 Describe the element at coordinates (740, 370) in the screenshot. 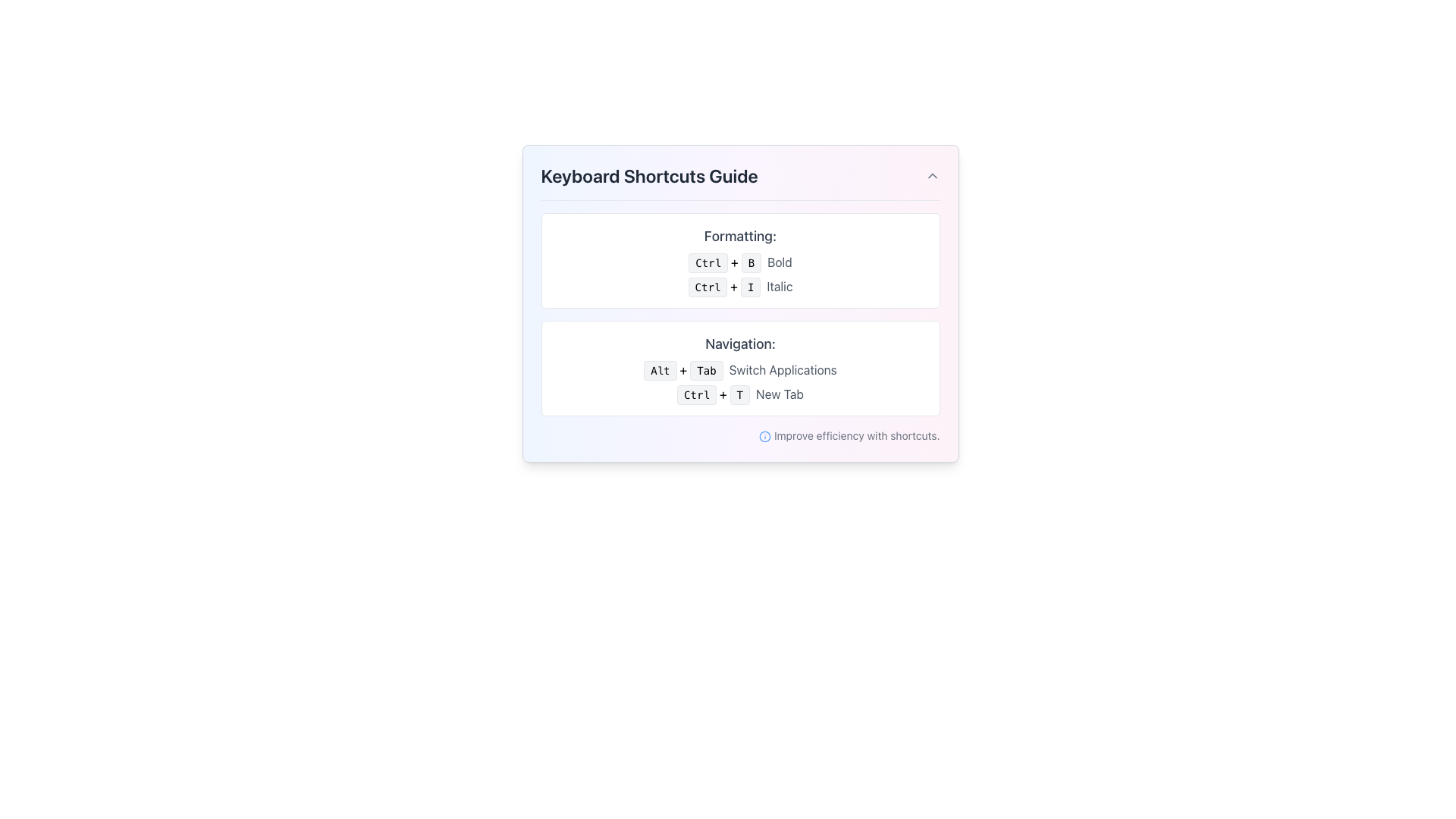

I see `the informational text displaying 'Alt + Tab Switch Applications', which is styled with rounded containers for 'Alt' and 'Tab', located under the 'Navigation:' section` at that location.